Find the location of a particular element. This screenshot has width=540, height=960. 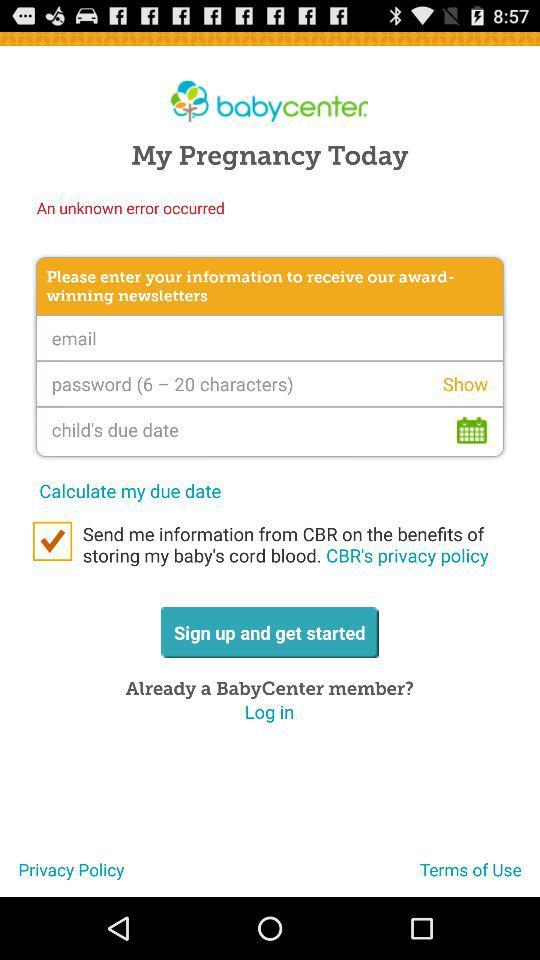

item below the calculate my due app is located at coordinates (52, 541).